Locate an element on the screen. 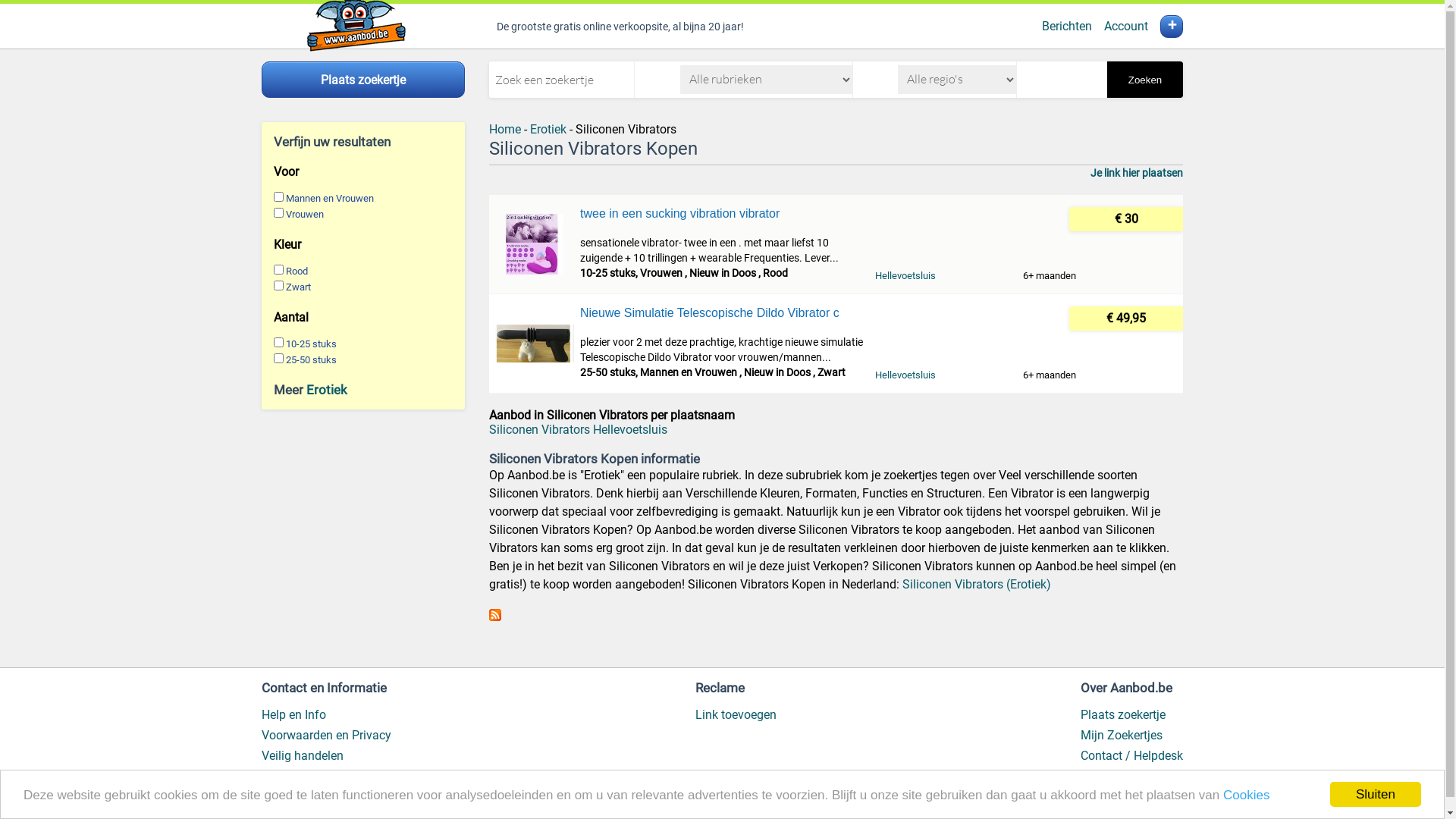 Image resolution: width=1456 pixels, height=819 pixels. 'Sluiten' is located at coordinates (1376, 793).